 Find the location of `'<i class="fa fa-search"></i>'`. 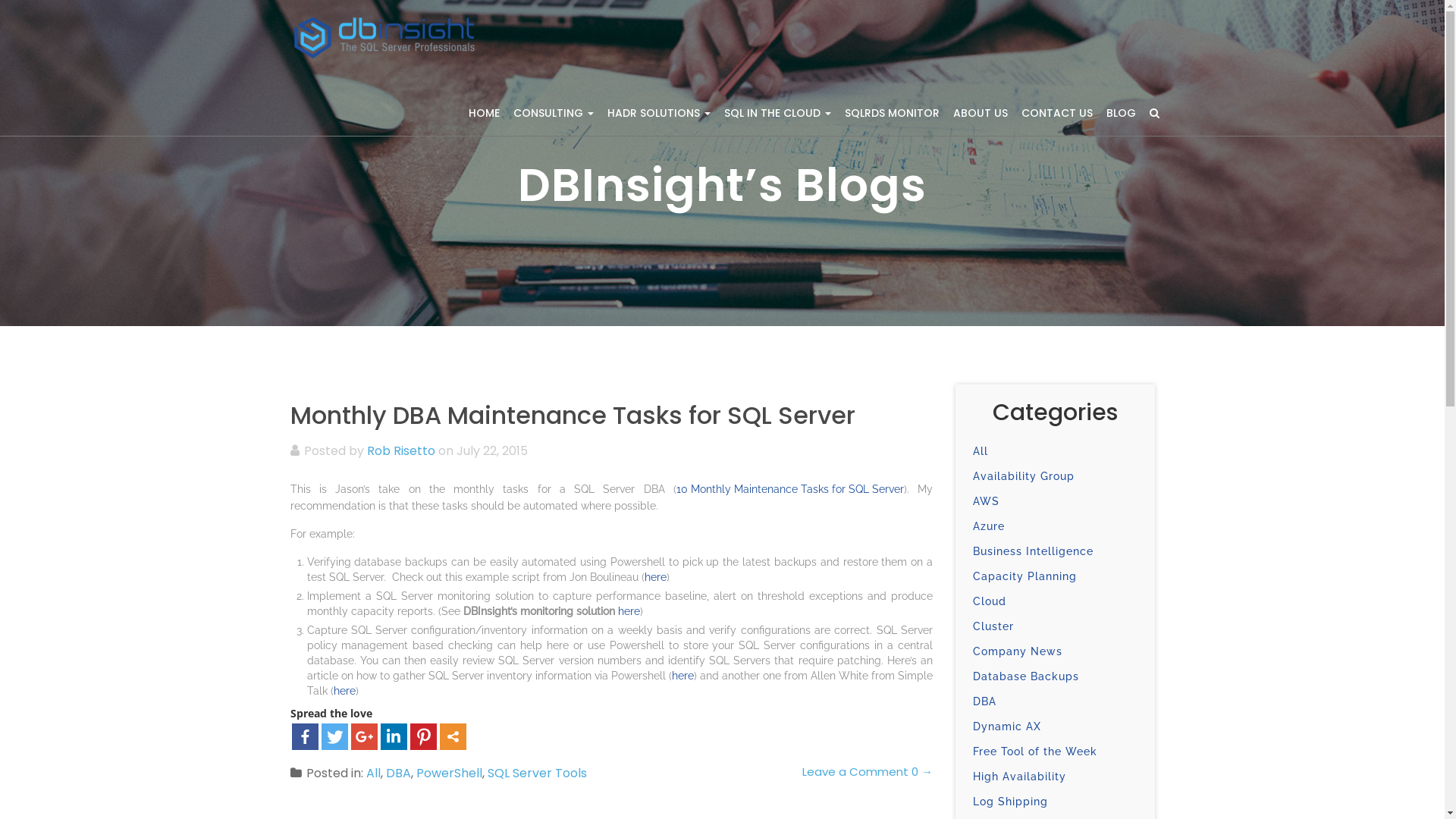

'<i class="fa fa-search"></i>' is located at coordinates (1153, 112).